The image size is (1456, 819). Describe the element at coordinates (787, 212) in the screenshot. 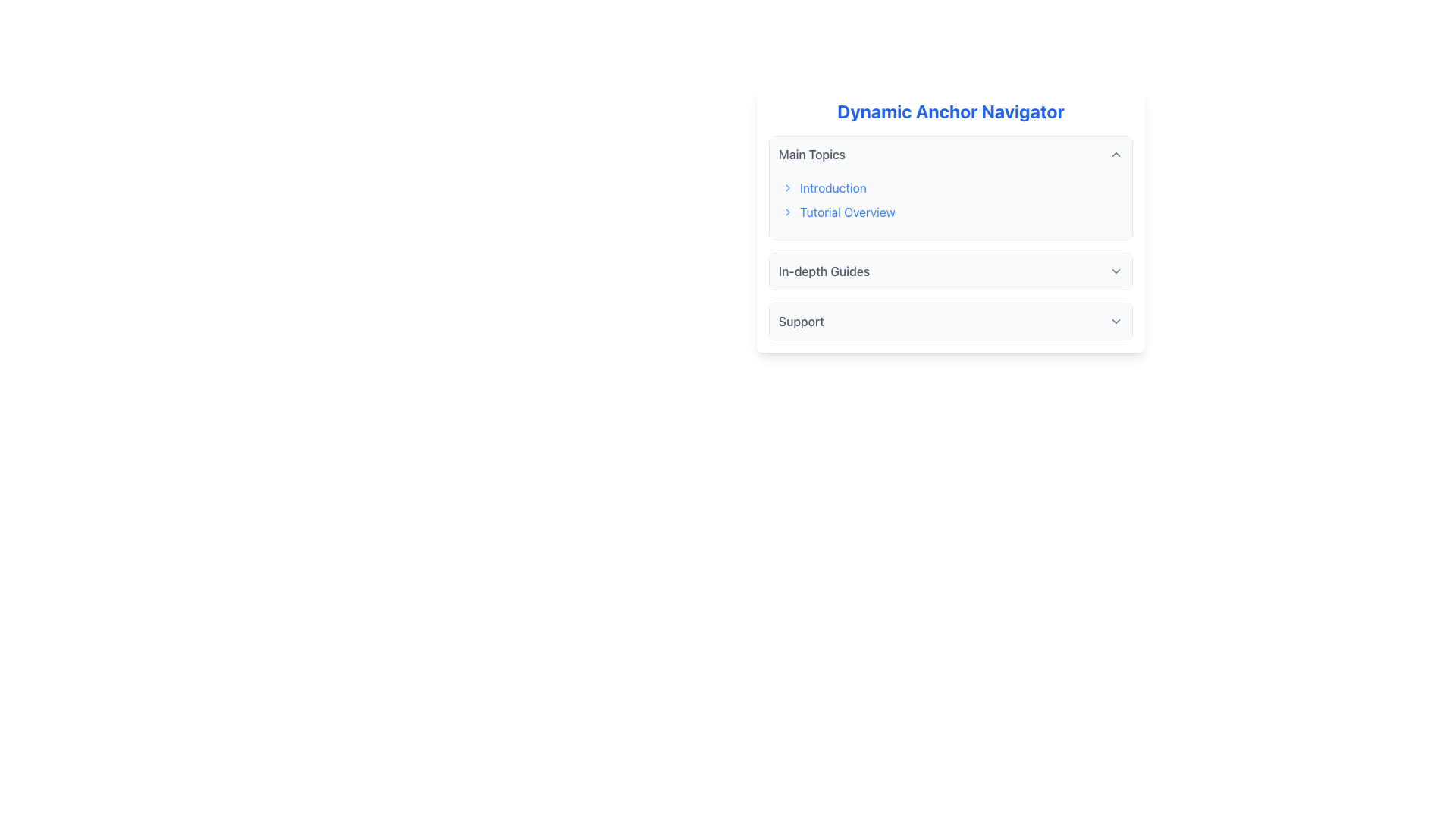

I see `the navigation icon indicating the 'Tutorial Overview' section in the collapsed sidebar menu, positioned adjacent to the text 'Tutorial Overview'` at that location.